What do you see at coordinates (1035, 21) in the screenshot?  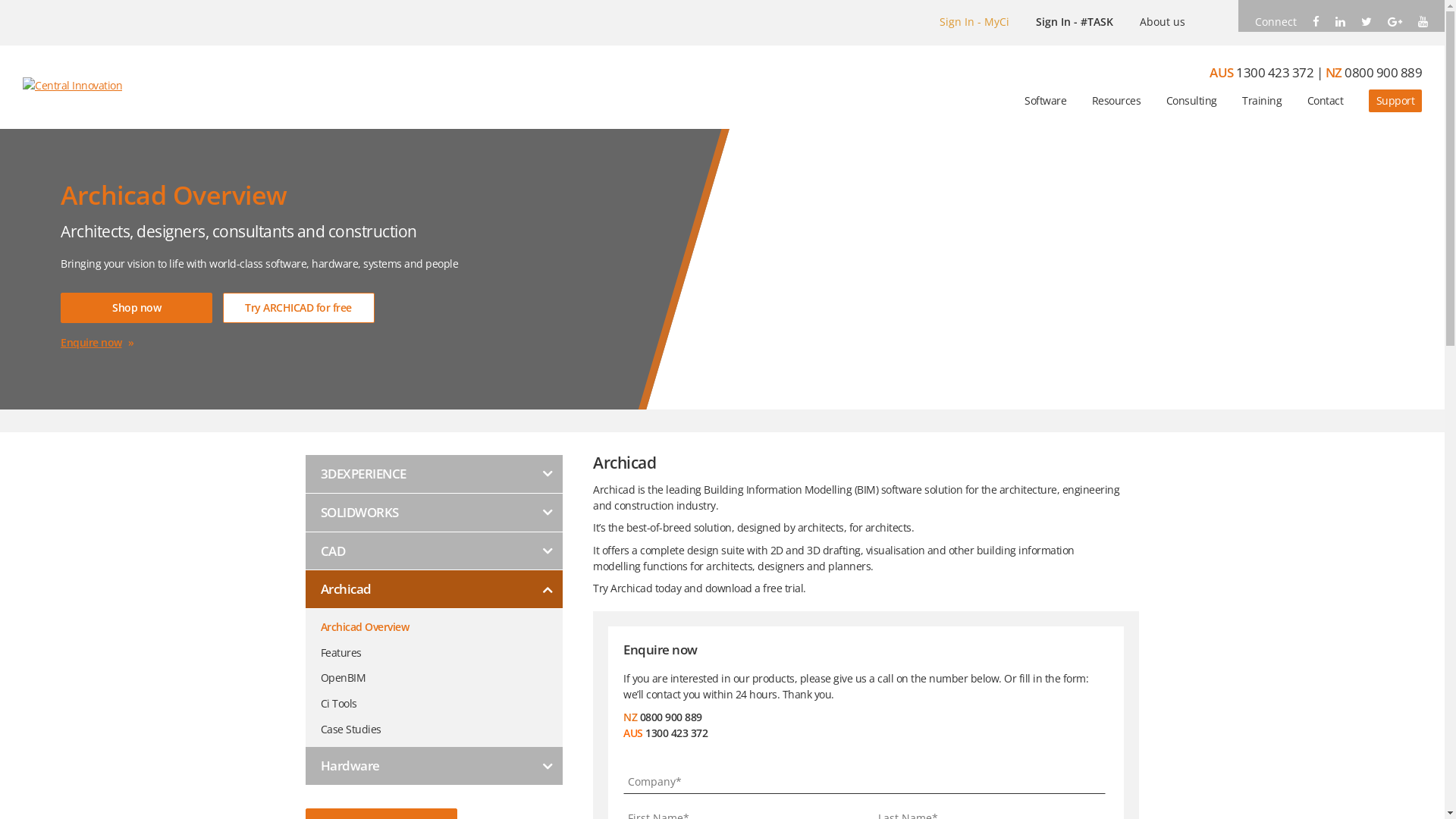 I see `'Sign In - #TASK'` at bounding box center [1035, 21].